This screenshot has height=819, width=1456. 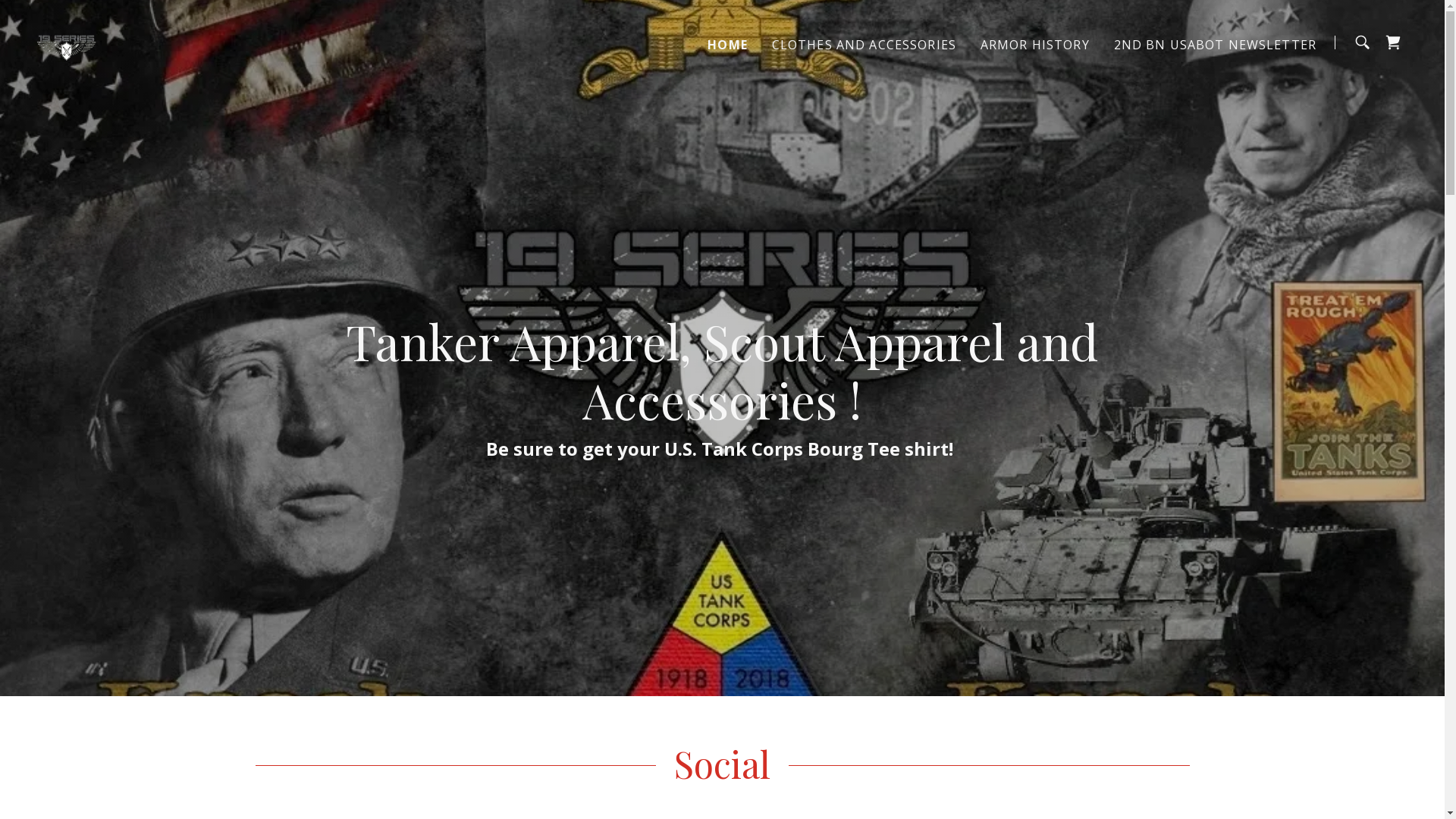 What do you see at coordinates (36, 40) in the screenshot?
I see `'19 Series'` at bounding box center [36, 40].